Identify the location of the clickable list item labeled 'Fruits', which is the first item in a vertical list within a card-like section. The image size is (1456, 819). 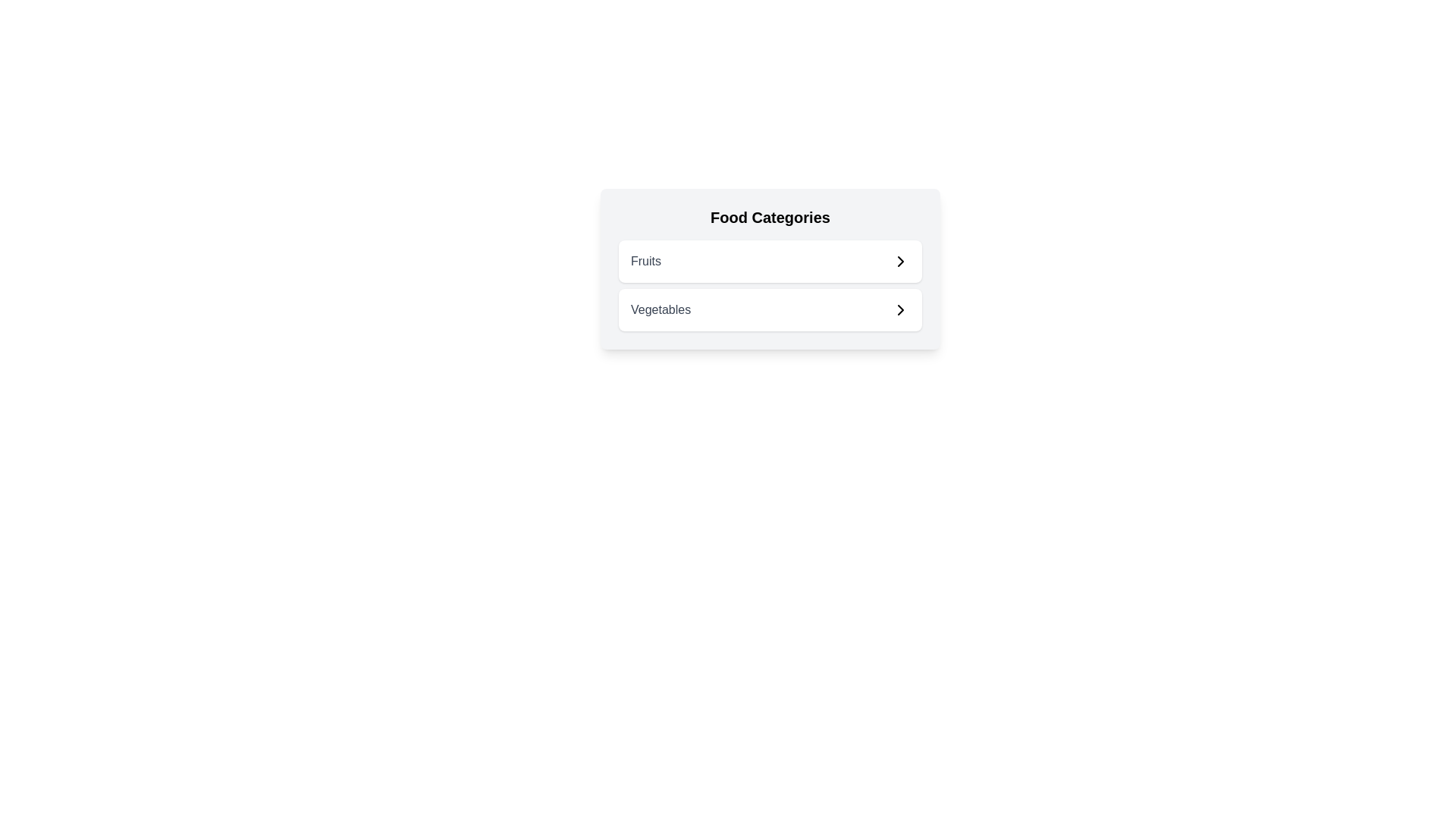
(770, 260).